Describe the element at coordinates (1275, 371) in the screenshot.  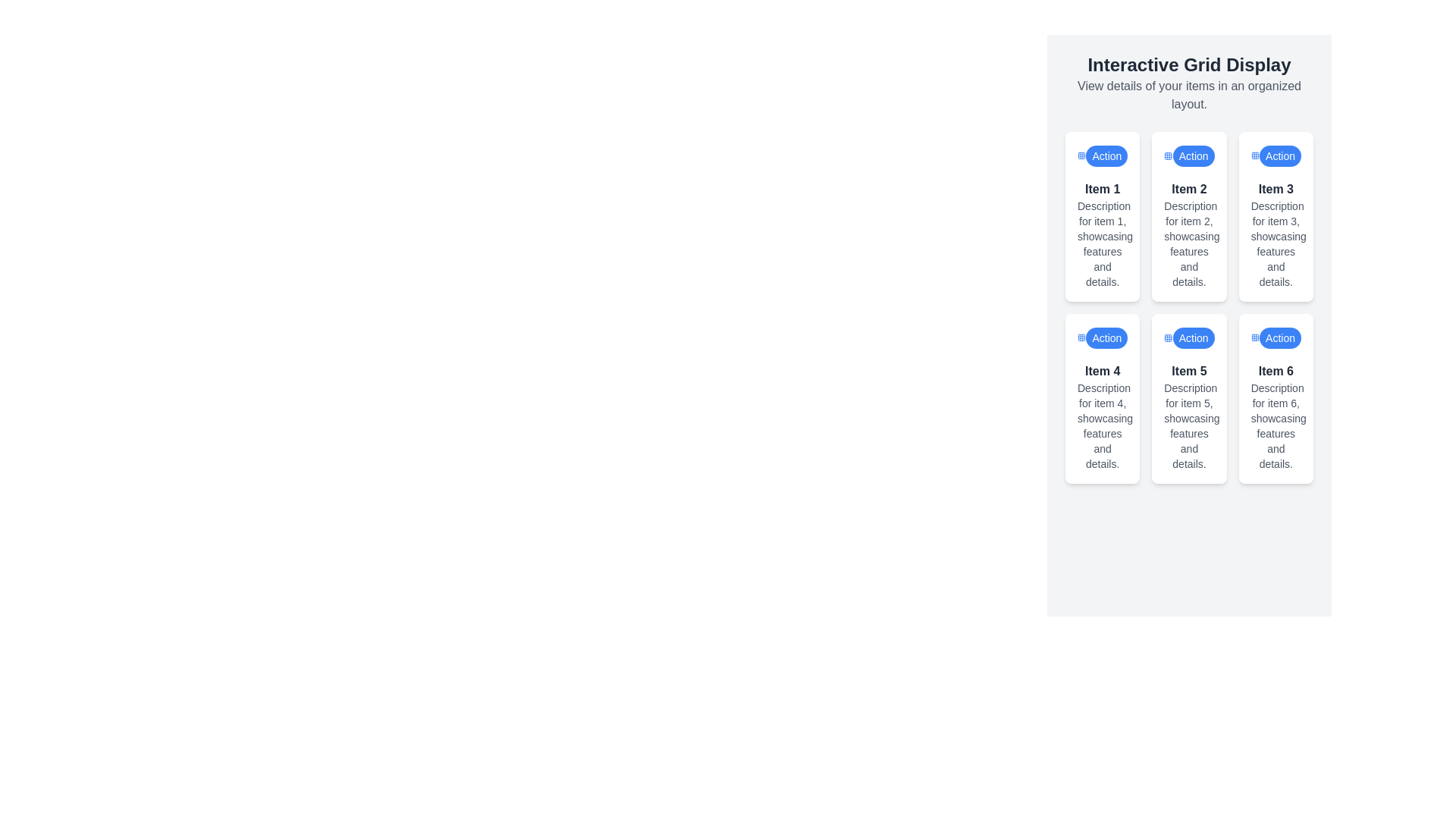
I see `text from the title label located at the top of the rightmost card in a three-column grid layout, which is the first textual element of the card identified as 'Item 6'` at that location.